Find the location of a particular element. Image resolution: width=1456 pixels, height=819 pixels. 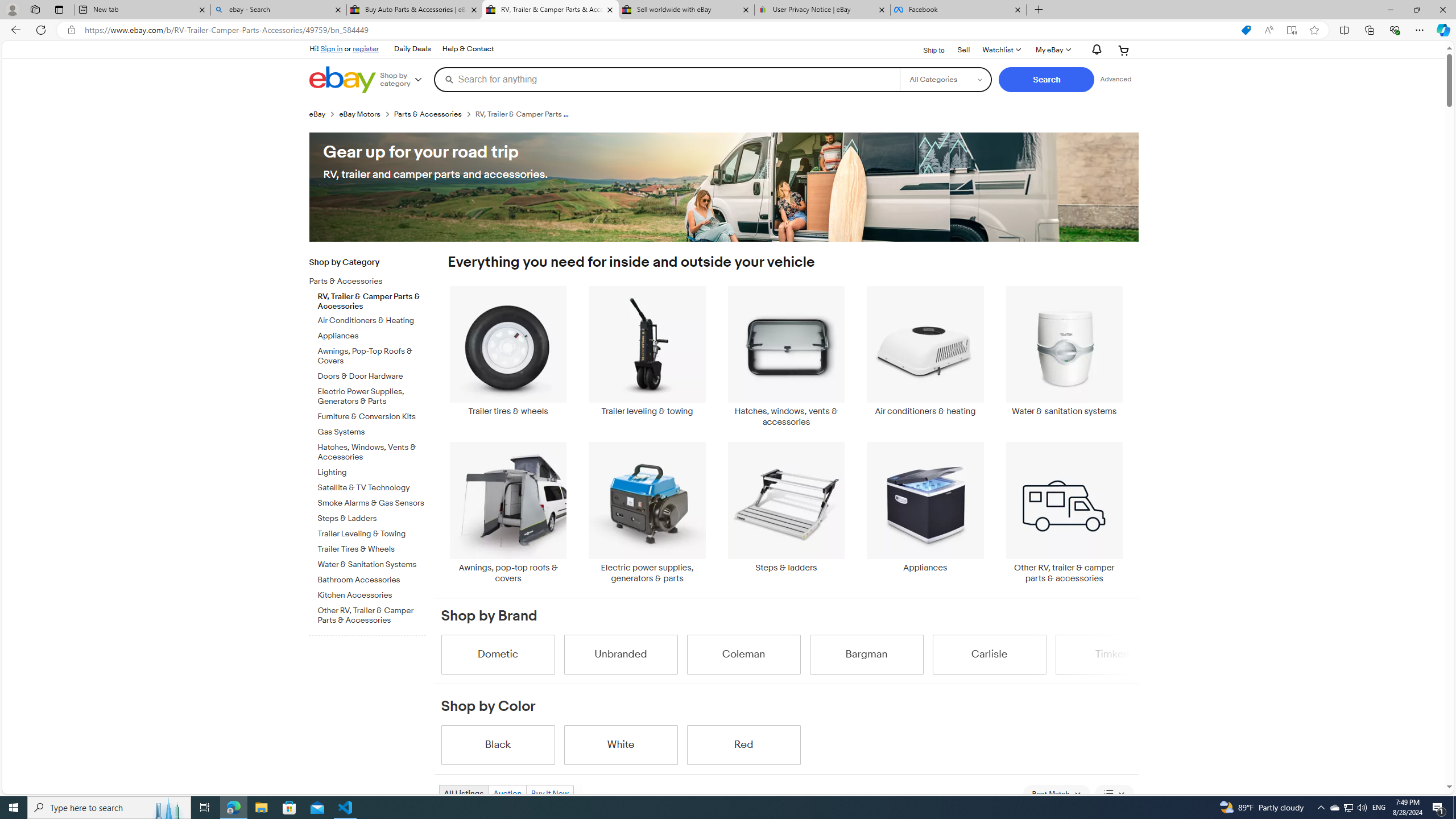

'My eBay' is located at coordinates (1052, 49).